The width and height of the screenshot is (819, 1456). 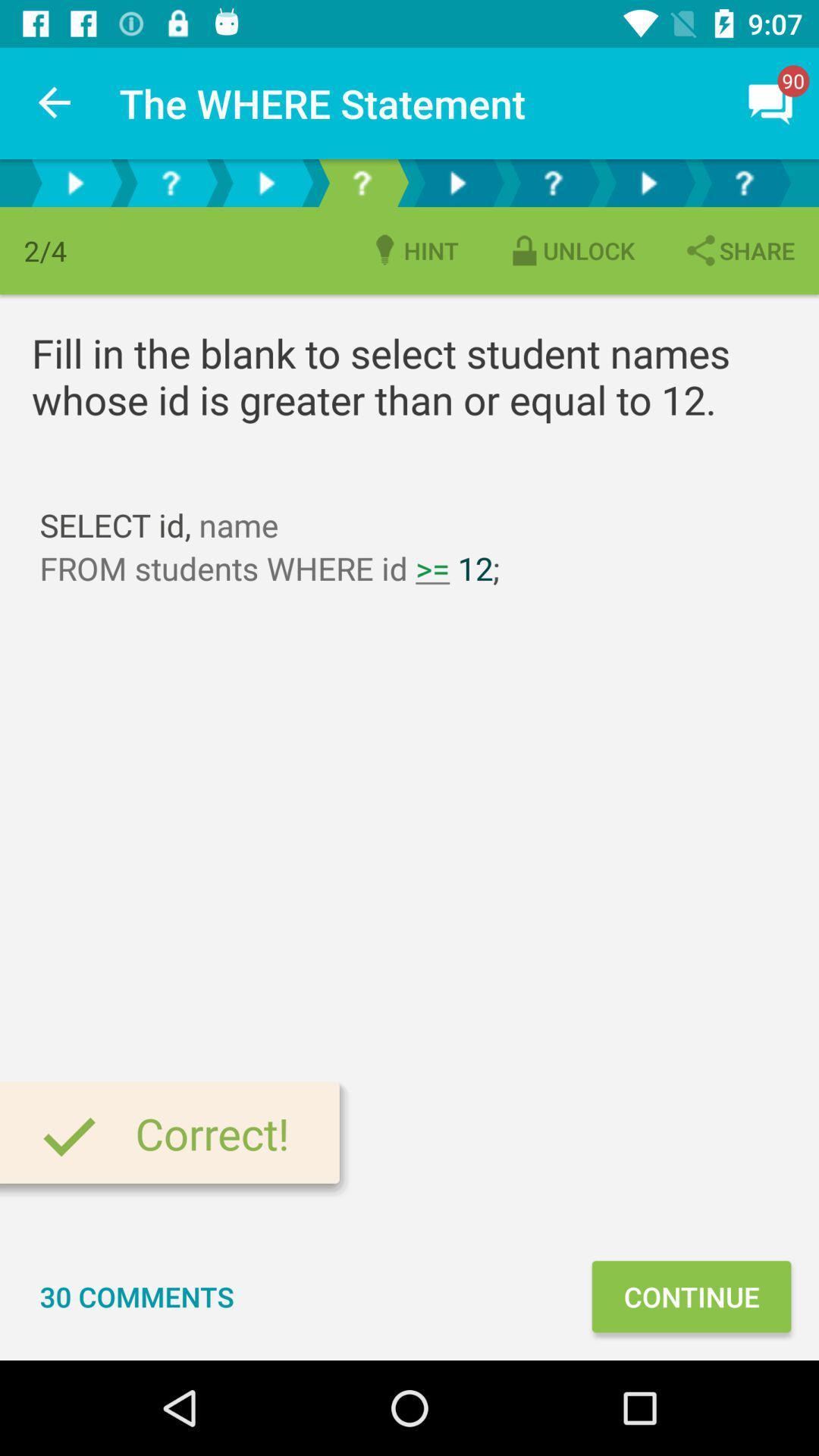 What do you see at coordinates (738, 250) in the screenshot?
I see `the option having the text share along with an icon` at bounding box center [738, 250].